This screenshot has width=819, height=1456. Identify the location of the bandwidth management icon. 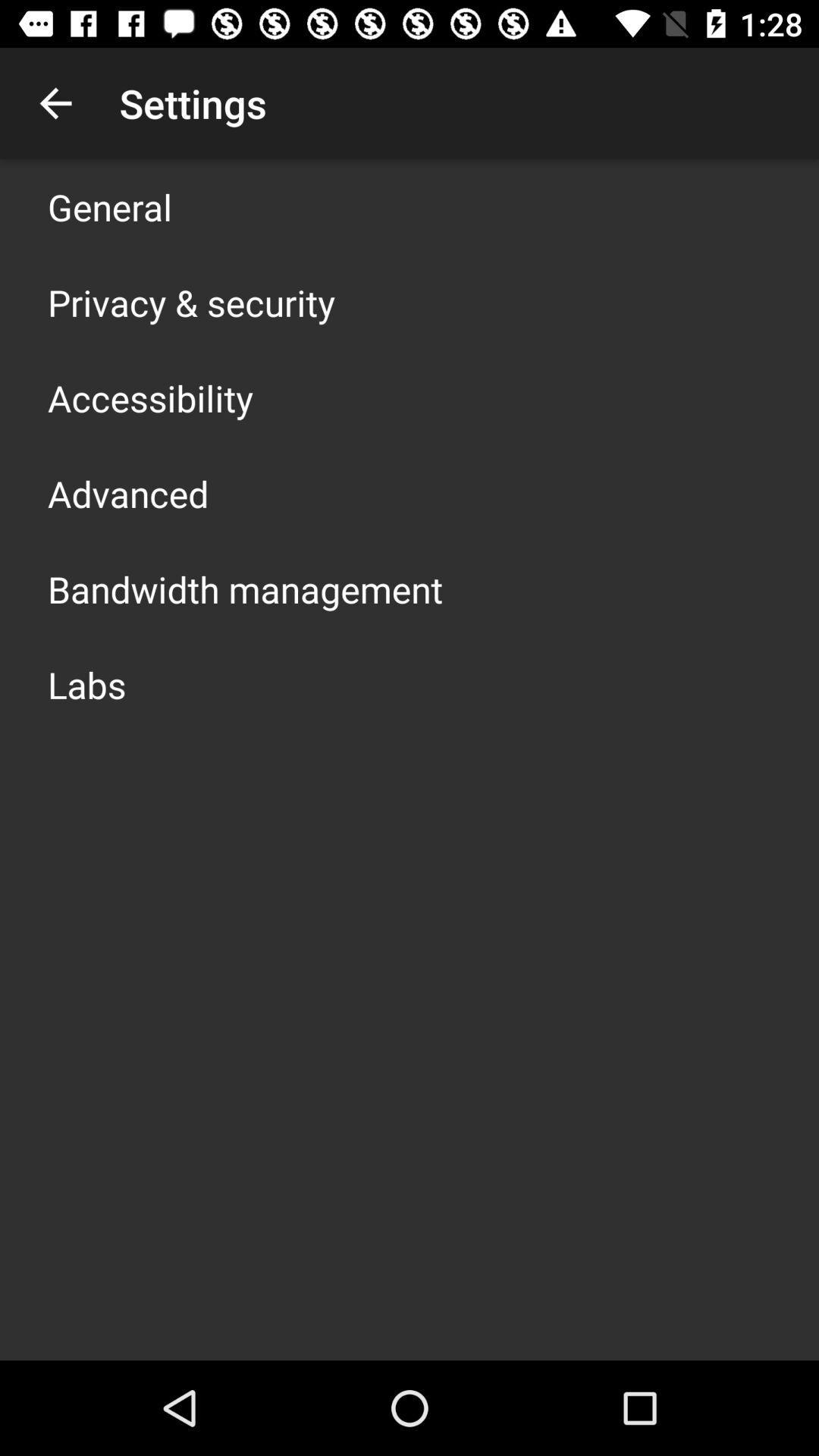
(244, 588).